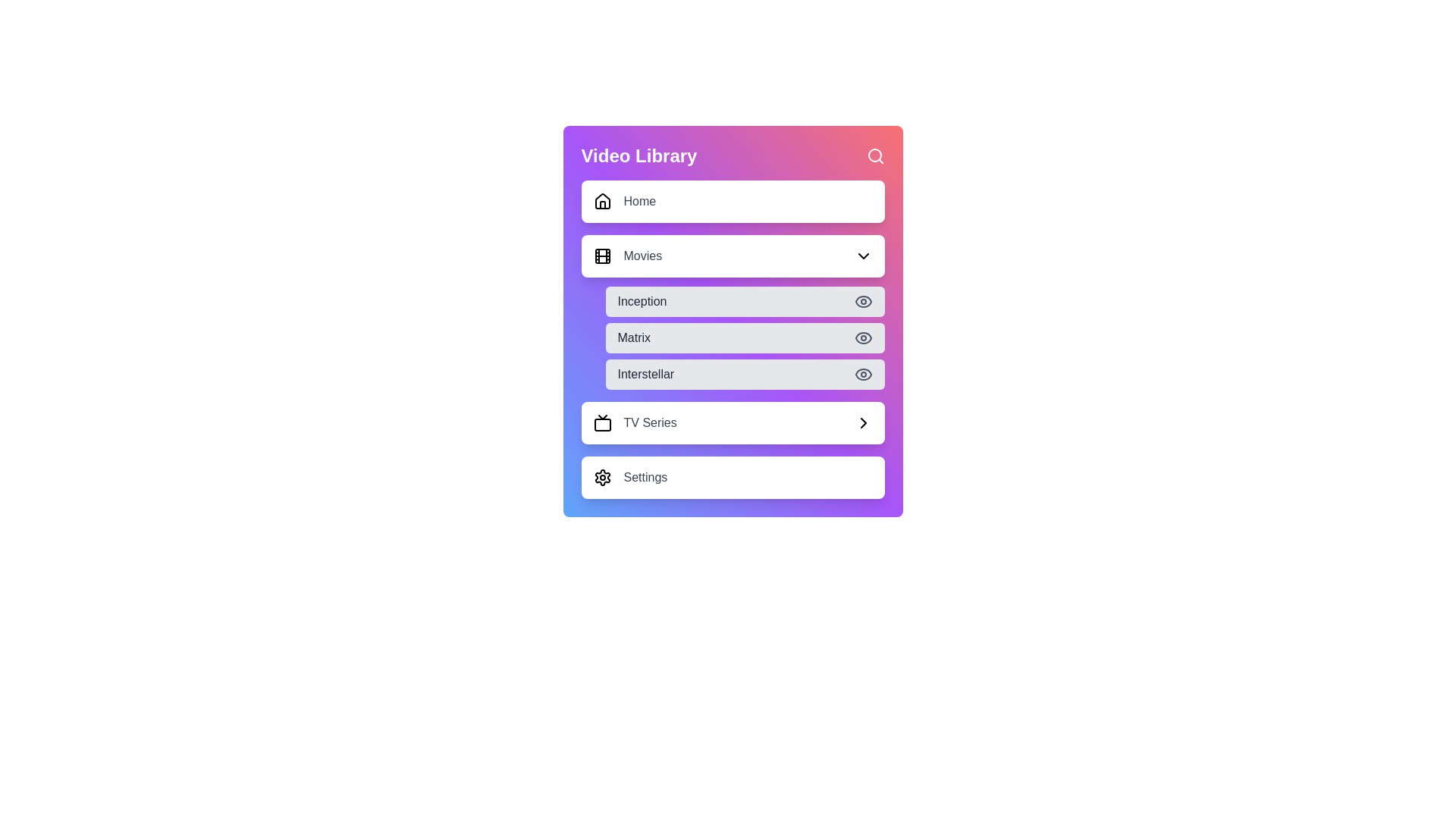 The width and height of the screenshot is (1456, 819). What do you see at coordinates (627, 256) in the screenshot?
I see `the 'Movies' label, which is accompanied by a film reel icon, to highlight the text` at bounding box center [627, 256].